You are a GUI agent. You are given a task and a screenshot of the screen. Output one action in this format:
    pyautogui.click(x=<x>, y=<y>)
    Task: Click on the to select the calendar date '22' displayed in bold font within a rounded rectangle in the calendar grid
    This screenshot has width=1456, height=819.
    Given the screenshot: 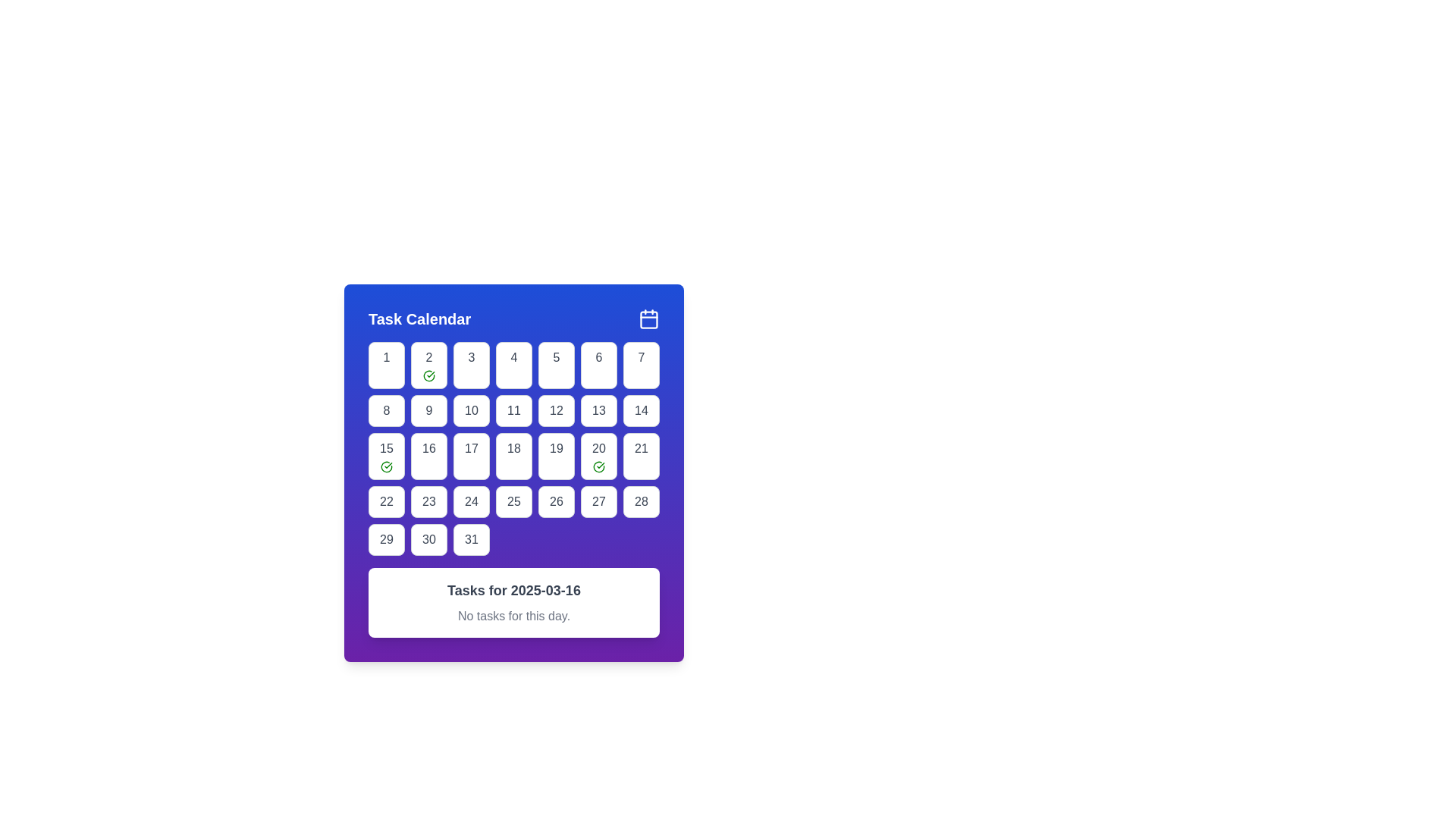 What is the action you would take?
    pyautogui.click(x=386, y=502)
    